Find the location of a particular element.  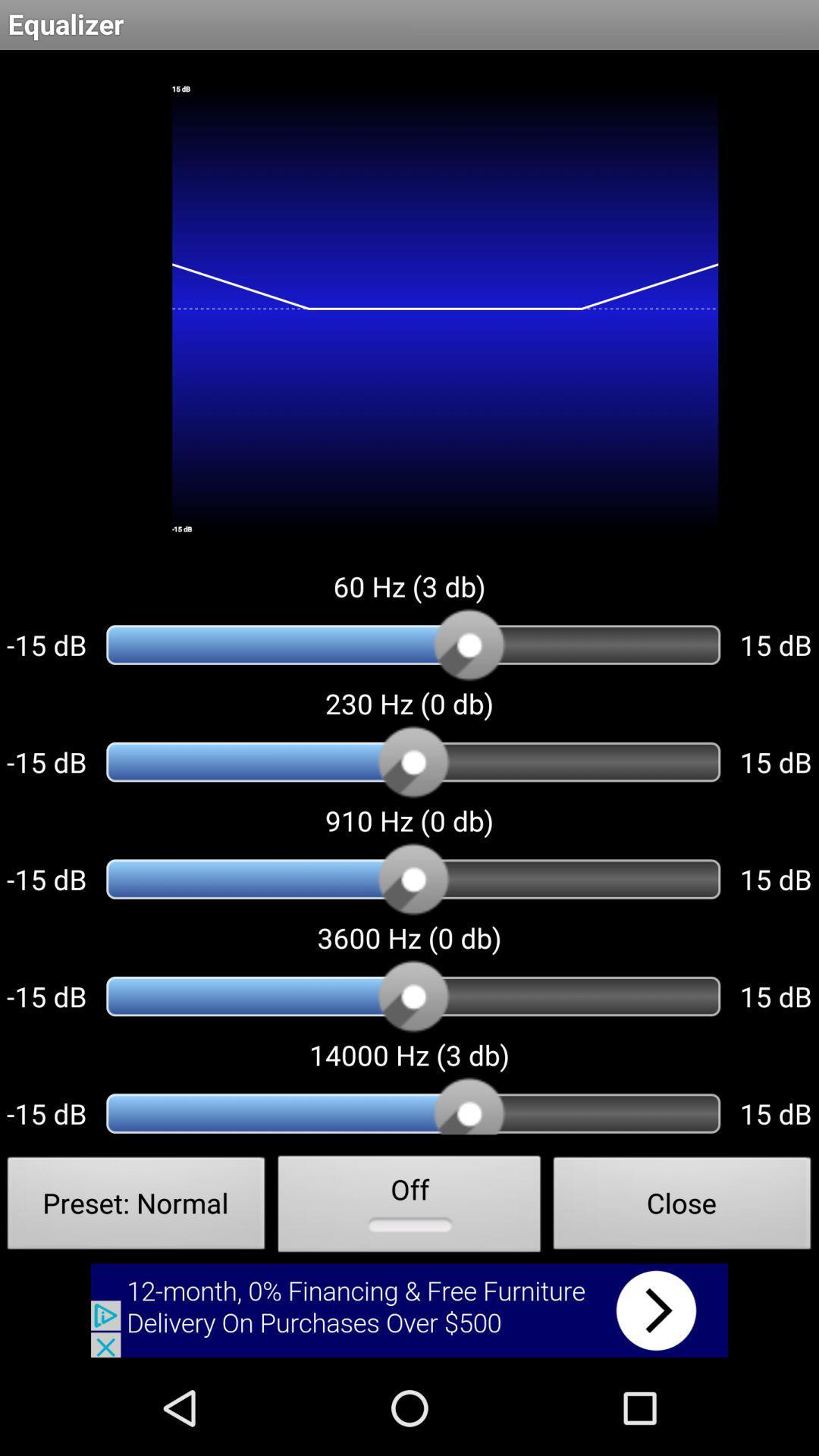

advertisement is located at coordinates (409, 1310).